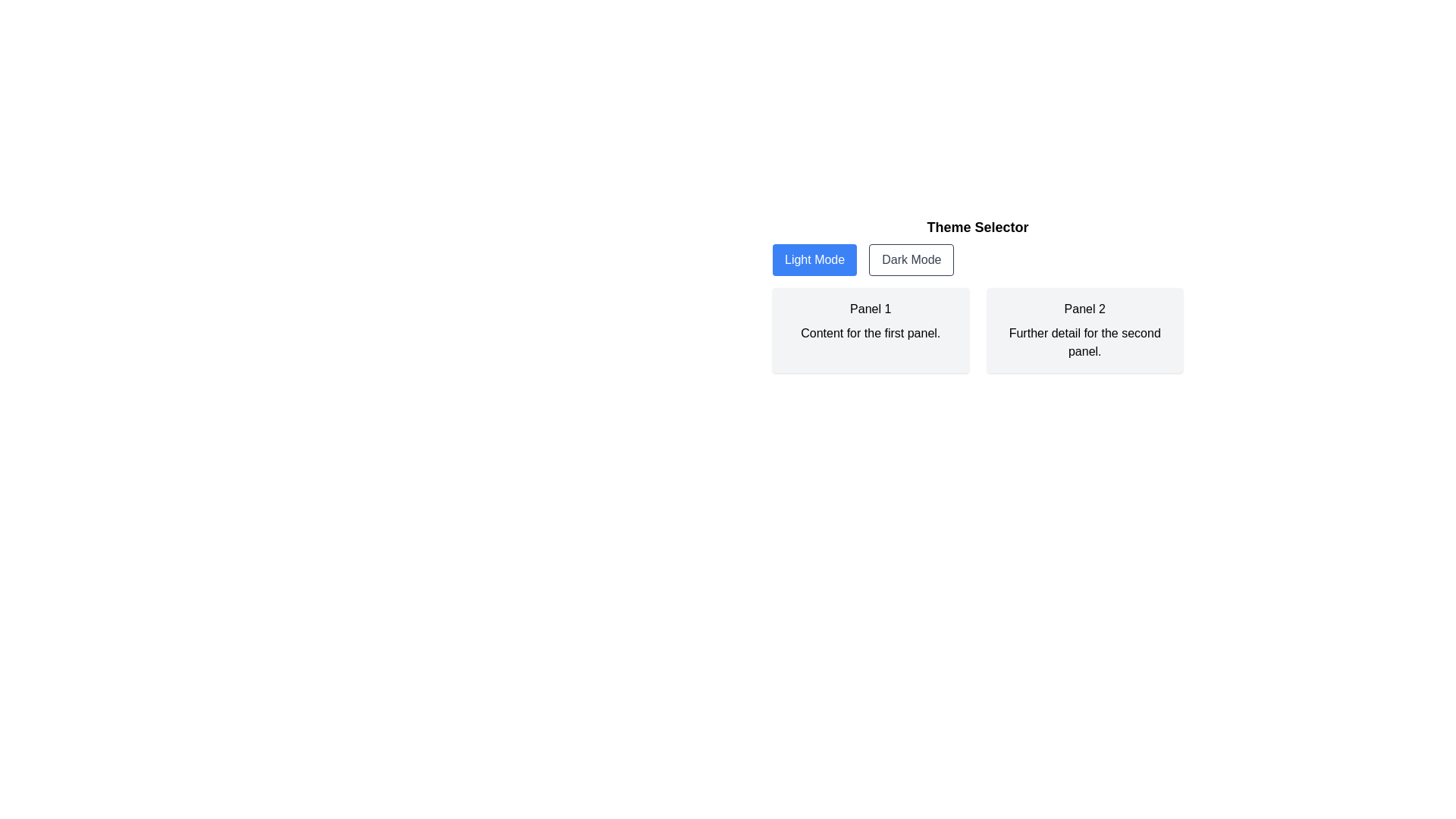  I want to click on the panel labeled 'Panel 1', so click(871, 329).